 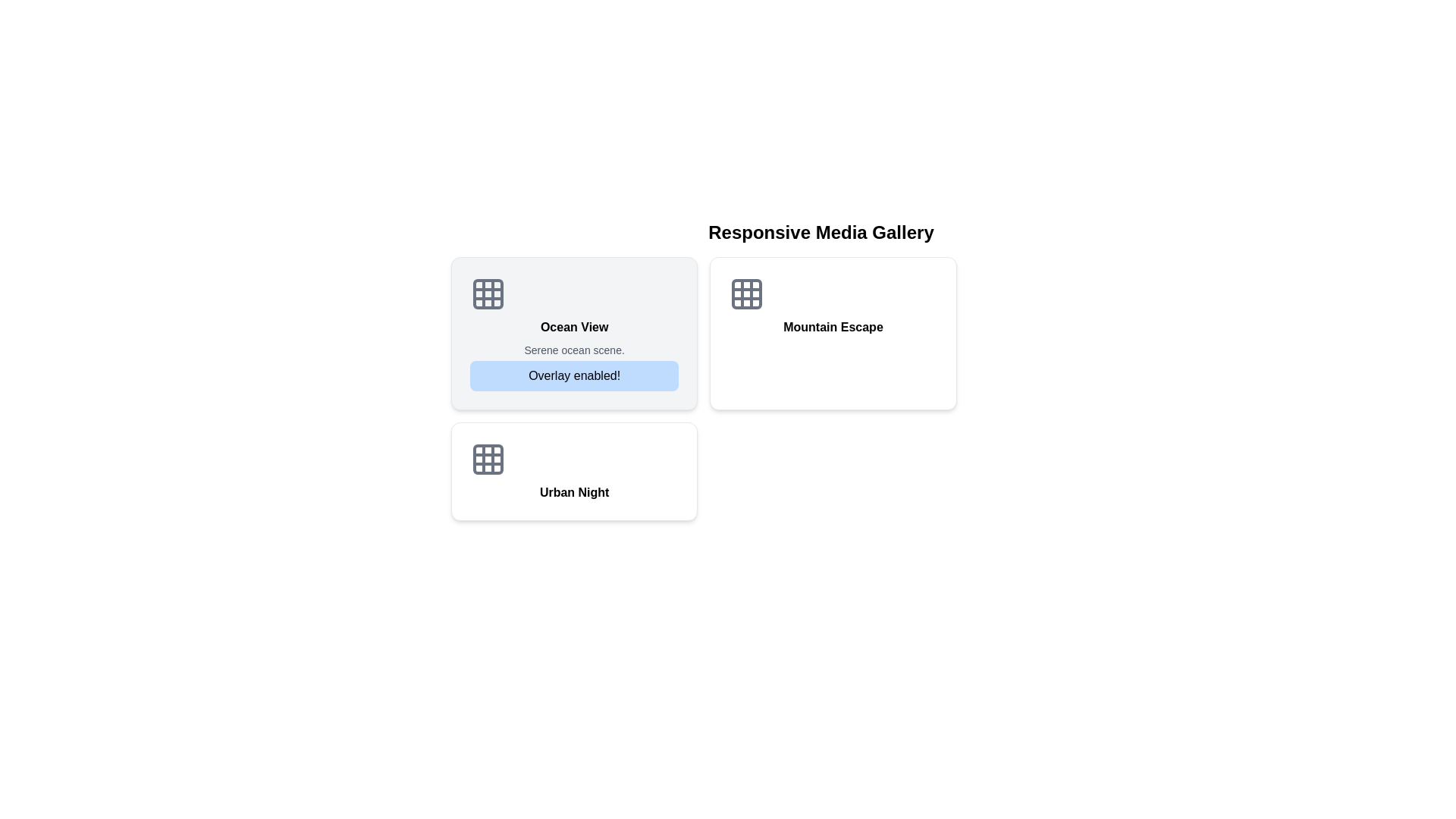 What do you see at coordinates (573, 327) in the screenshot?
I see `text element that serves as a title or heading for the media item, positioned below the grid icon and above the description 'Serene ocean scene.'` at bounding box center [573, 327].